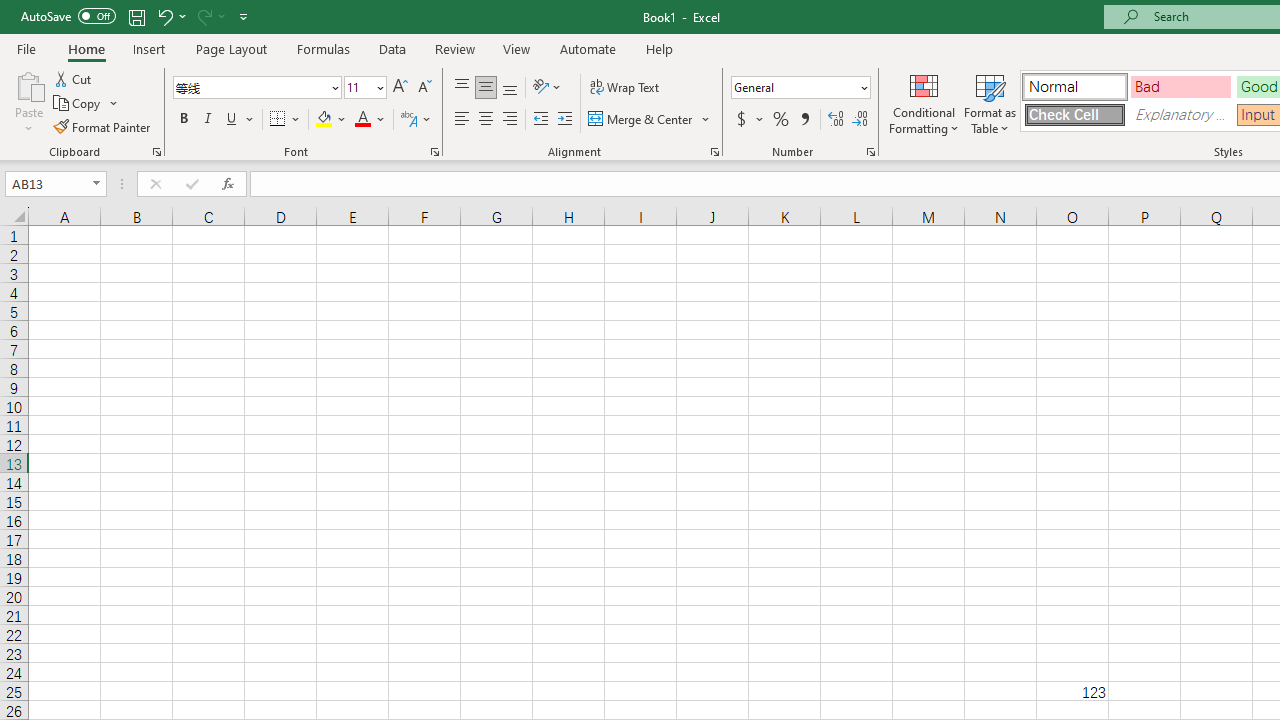 This screenshot has width=1280, height=720. What do you see at coordinates (155, 150) in the screenshot?
I see `'Office Clipboard...'` at bounding box center [155, 150].